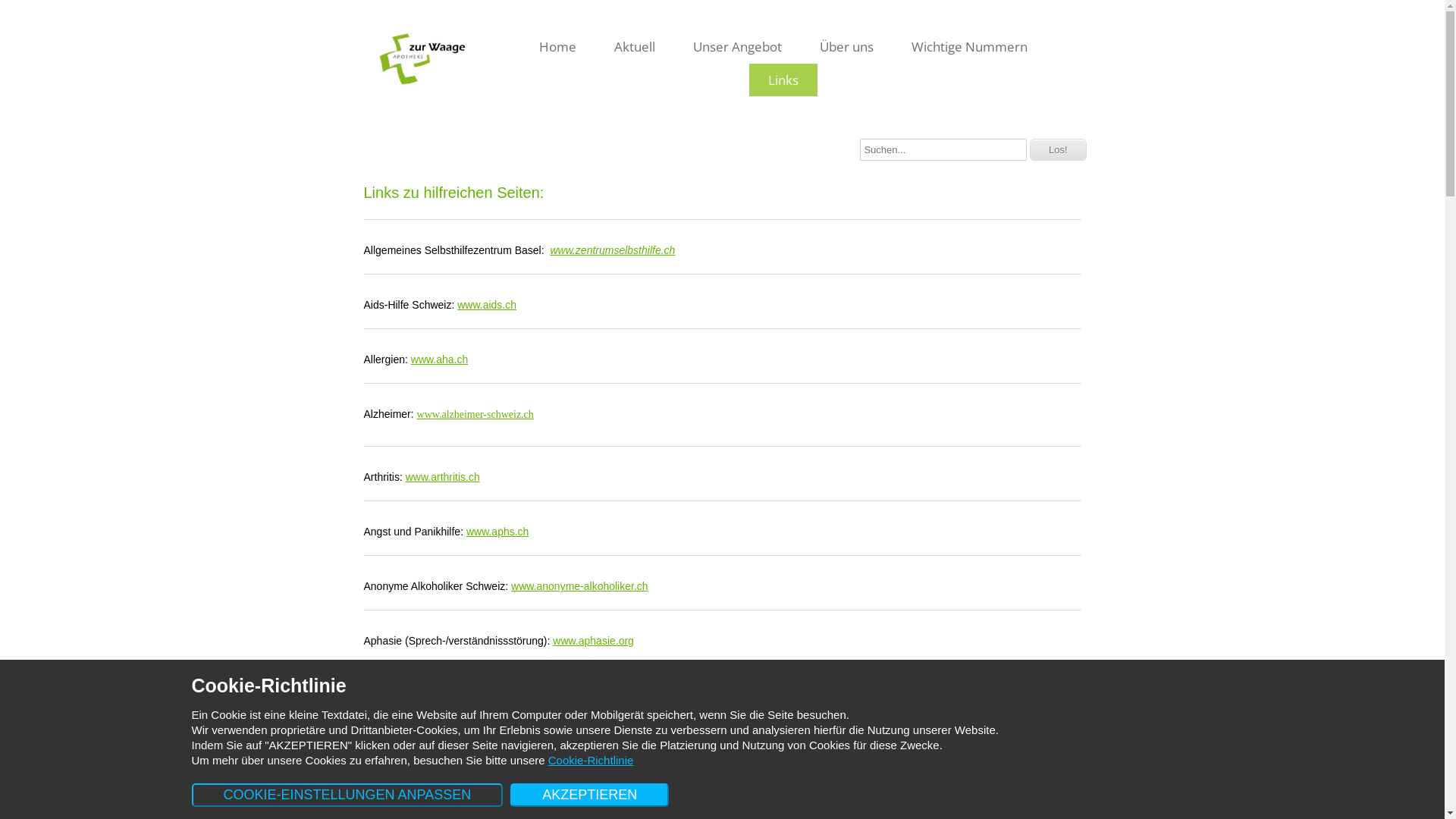 Image resolution: width=1456 pixels, height=819 pixels. I want to click on 'www.elpos.ch', so click(635, 748).